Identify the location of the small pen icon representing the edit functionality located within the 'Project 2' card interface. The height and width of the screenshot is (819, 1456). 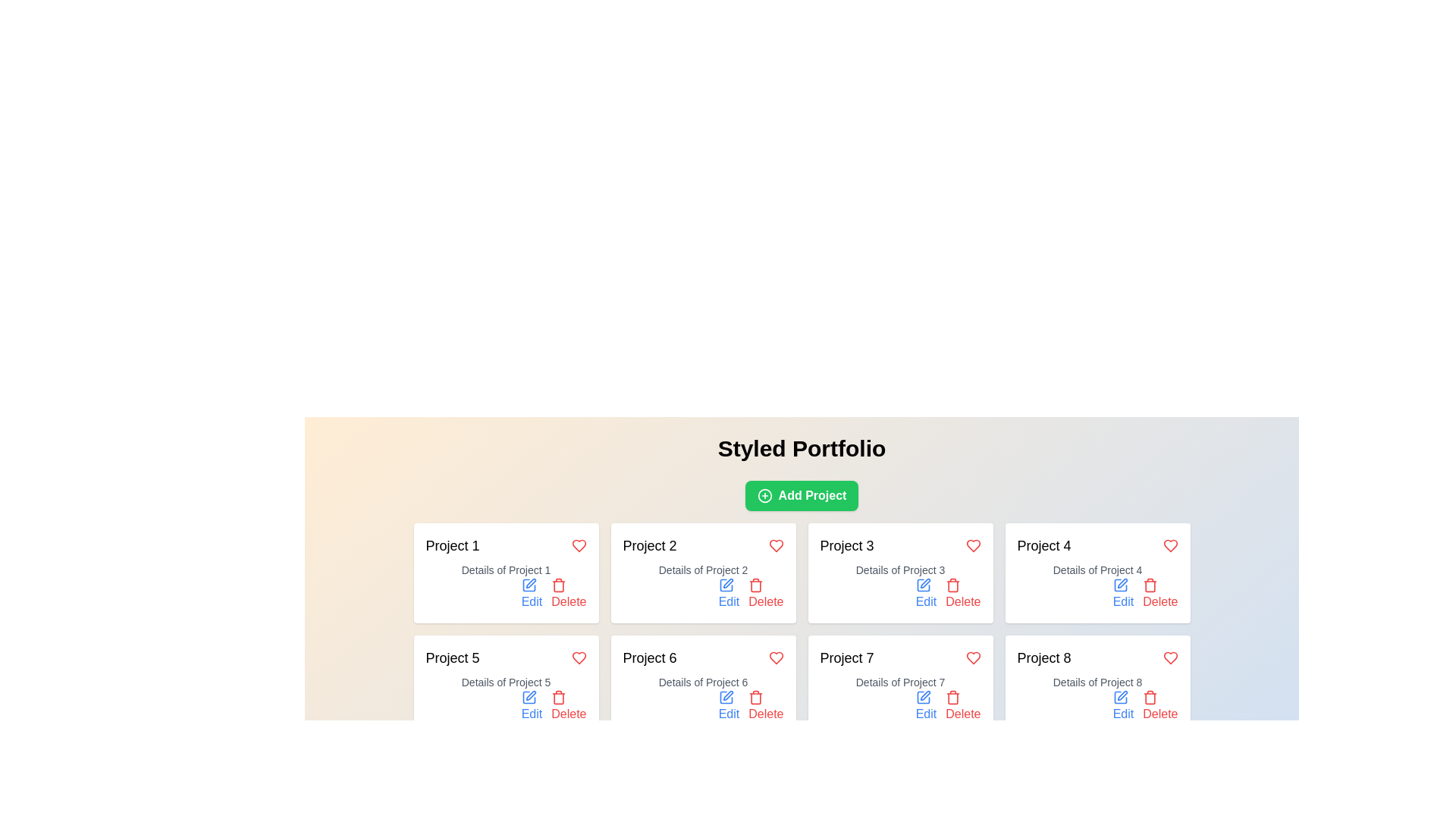
(728, 582).